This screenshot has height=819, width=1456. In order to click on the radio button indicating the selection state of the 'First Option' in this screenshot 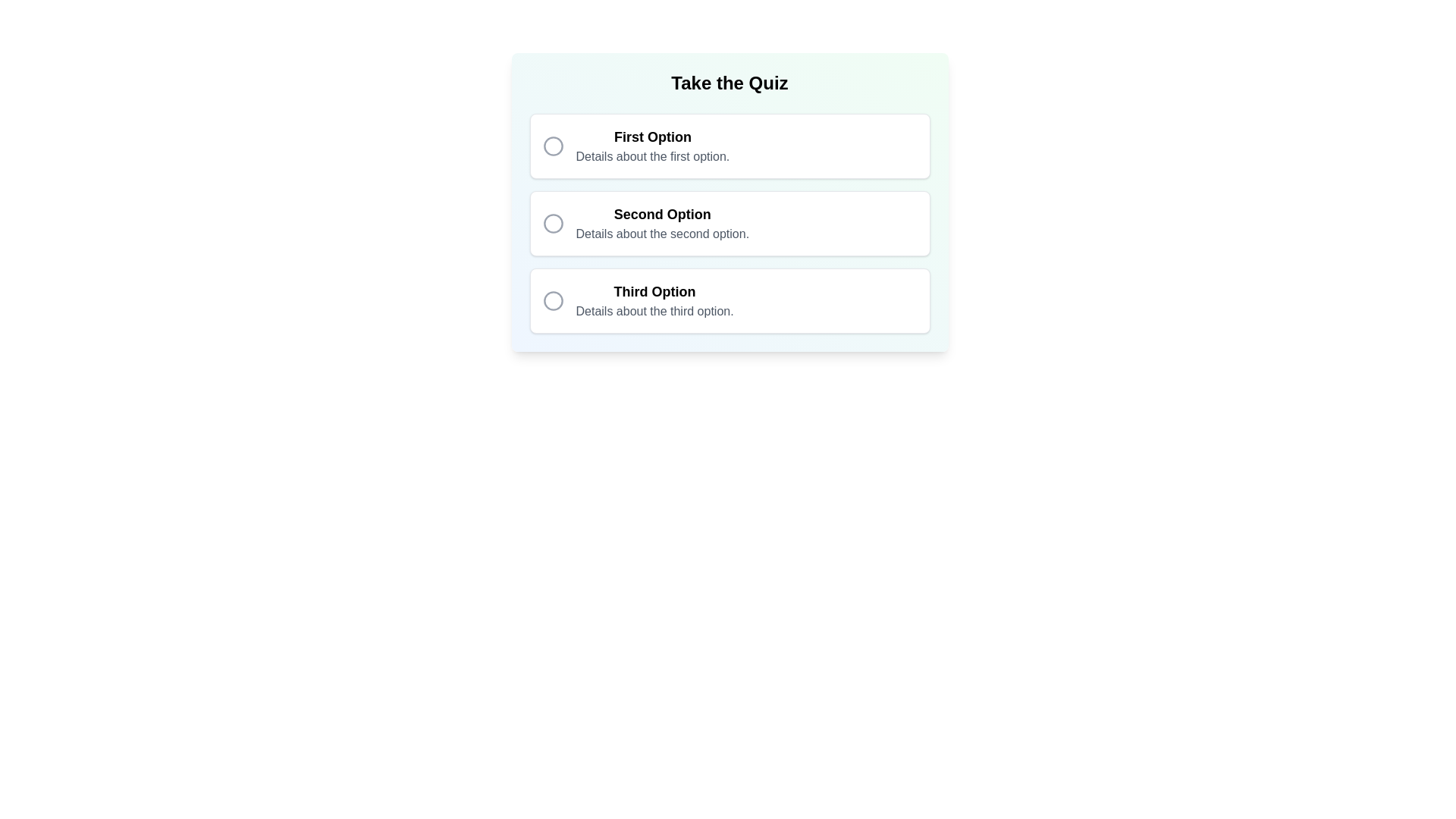, I will do `click(552, 146)`.